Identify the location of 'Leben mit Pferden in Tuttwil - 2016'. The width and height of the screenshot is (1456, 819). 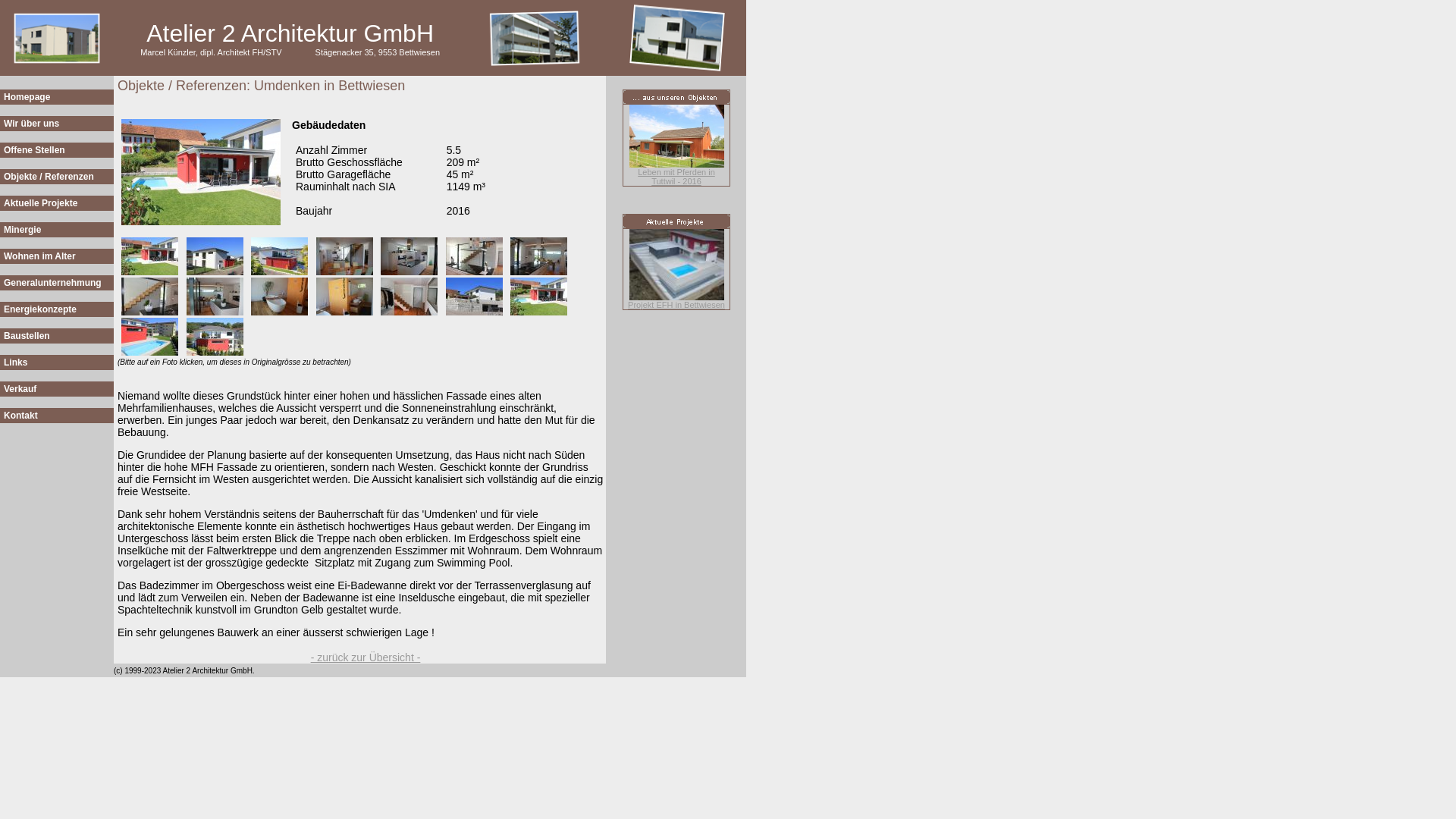
(676, 175).